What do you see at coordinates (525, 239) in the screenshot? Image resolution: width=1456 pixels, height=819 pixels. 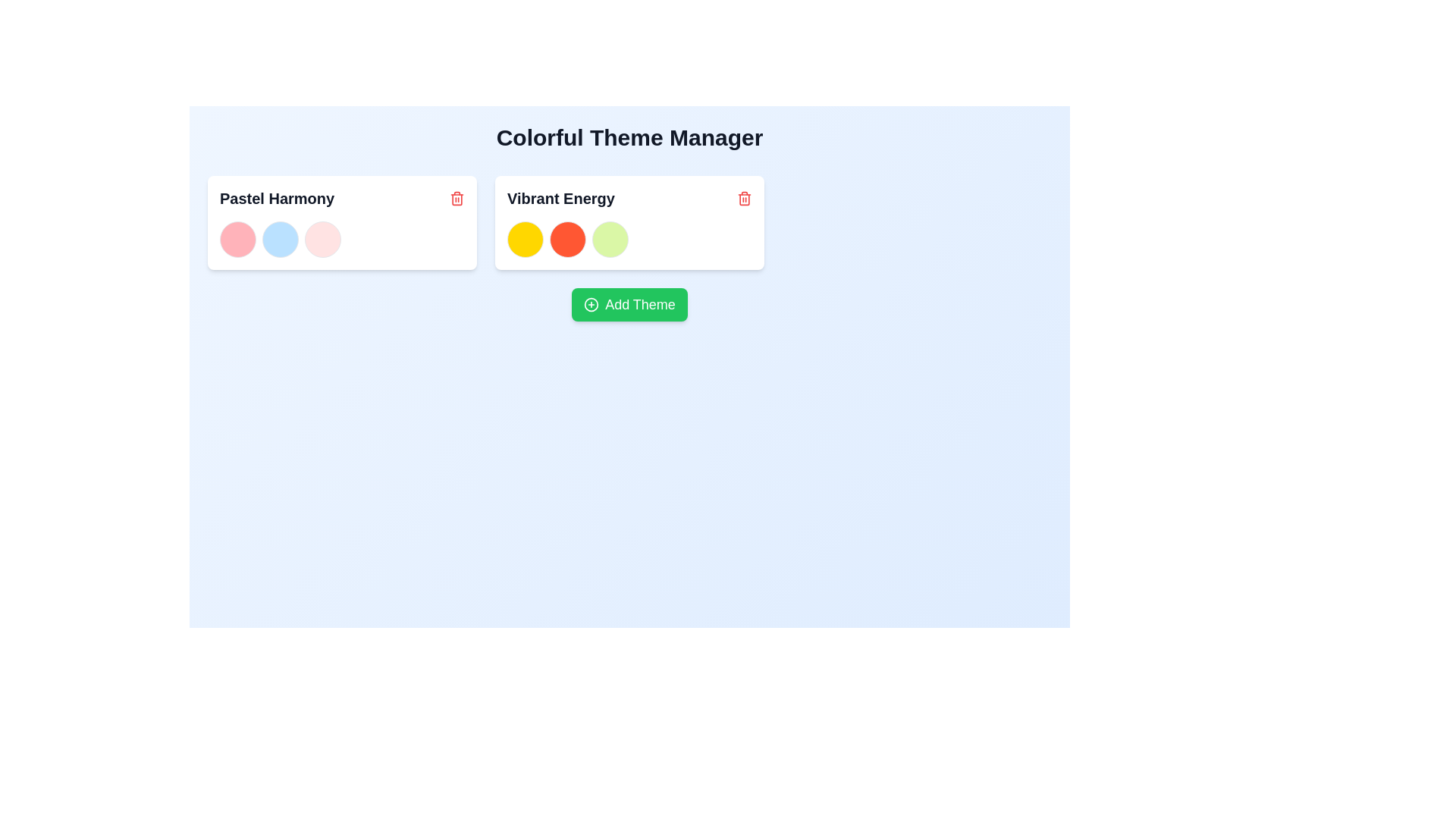 I see `the leftmost bright yellow circular visual indicator in the 'Vibrant Energy' section of the interface` at bounding box center [525, 239].